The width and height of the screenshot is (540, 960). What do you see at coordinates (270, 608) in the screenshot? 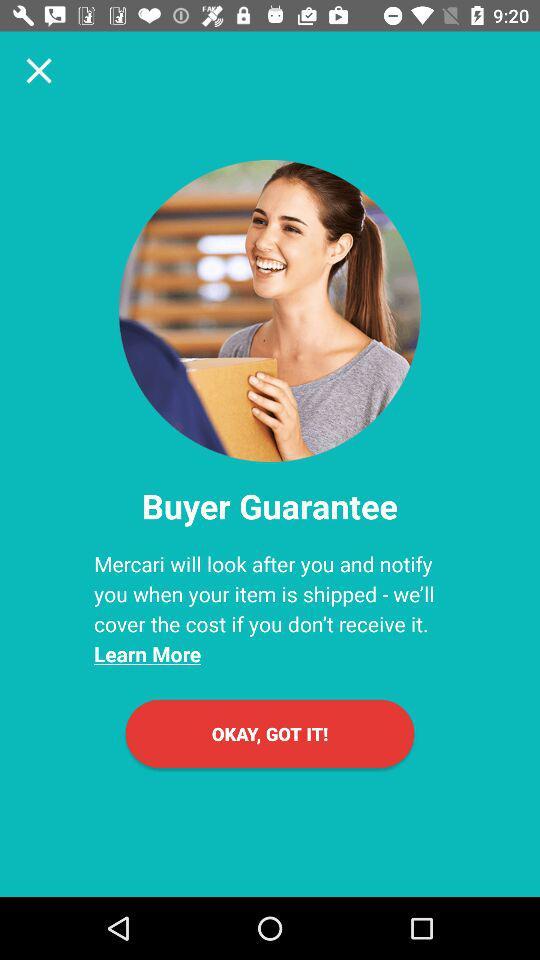
I see `the icon below the buyer guarantee` at bounding box center [270, 608].